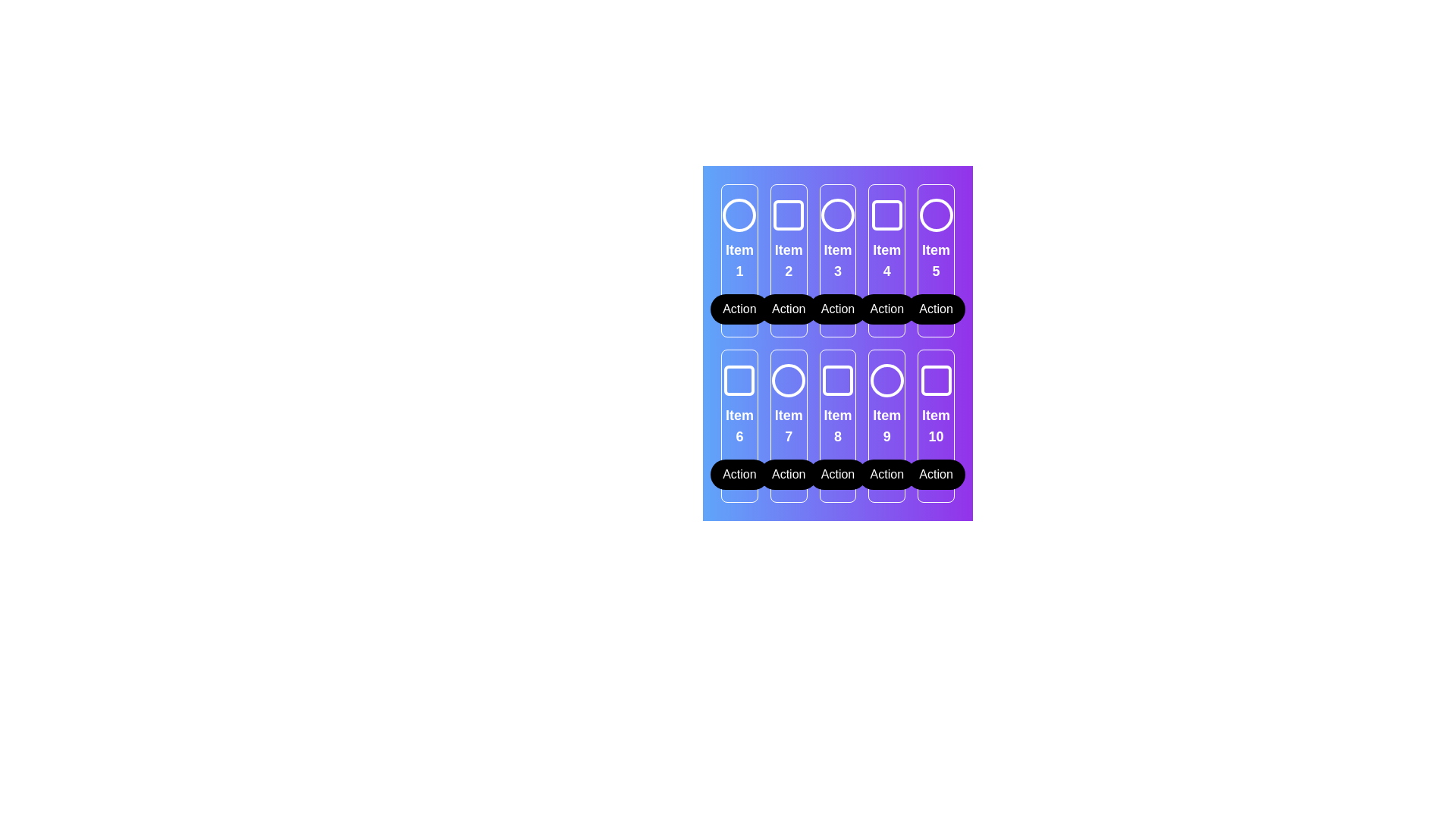 Image resolution: width=1456 pixels, height=819 pixels. What do you see at coordinates (836, 259) in the screenshot?
I see `the Text Label displaying 'Item 3', which is centrally positioned in the first row and third column of the grid layout, styled with a bold font on a dark background` at bounding box center [836, 259].